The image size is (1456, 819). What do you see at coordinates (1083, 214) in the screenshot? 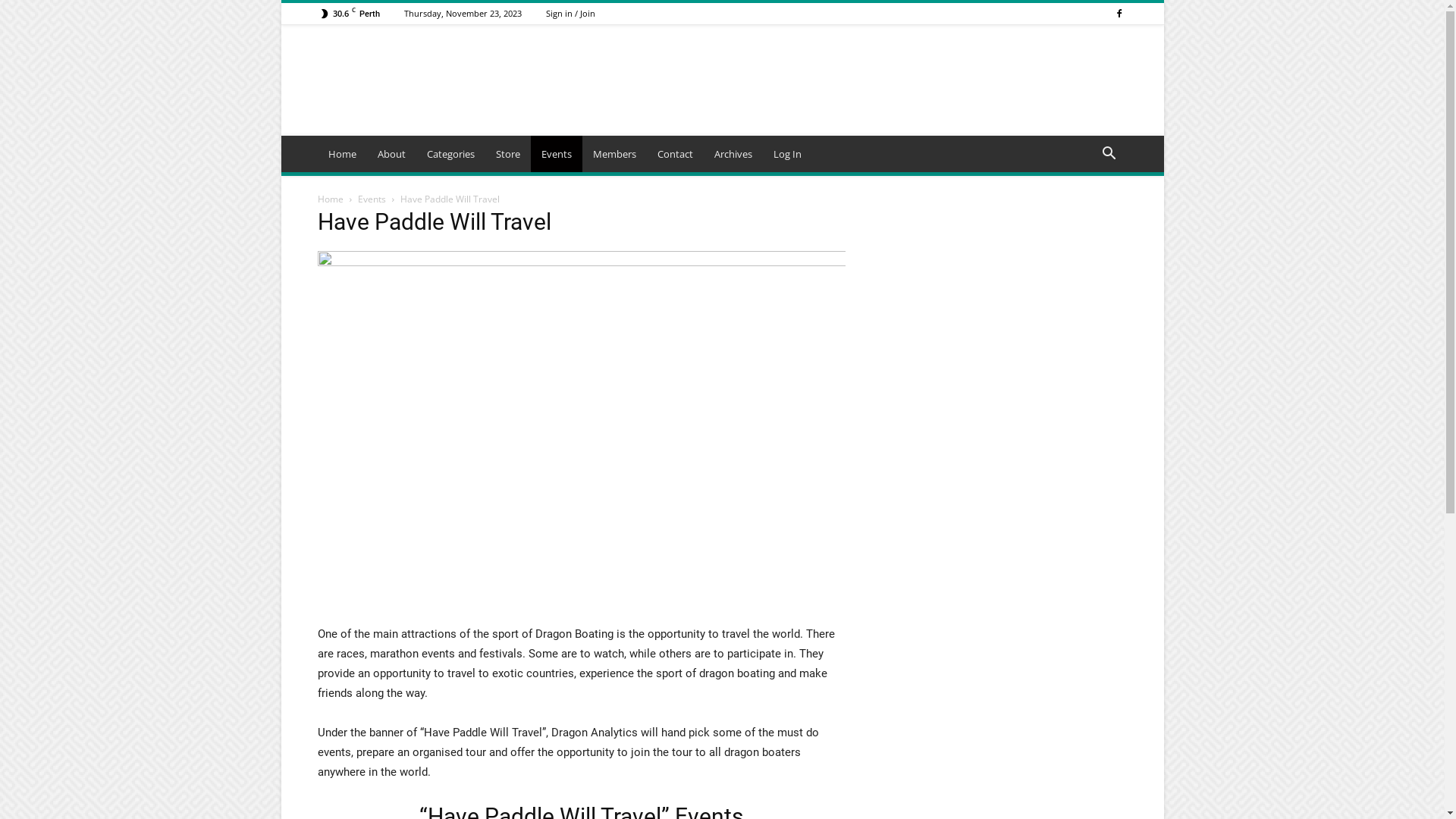
I see `'Search'` at bounding box center [1083, 214].